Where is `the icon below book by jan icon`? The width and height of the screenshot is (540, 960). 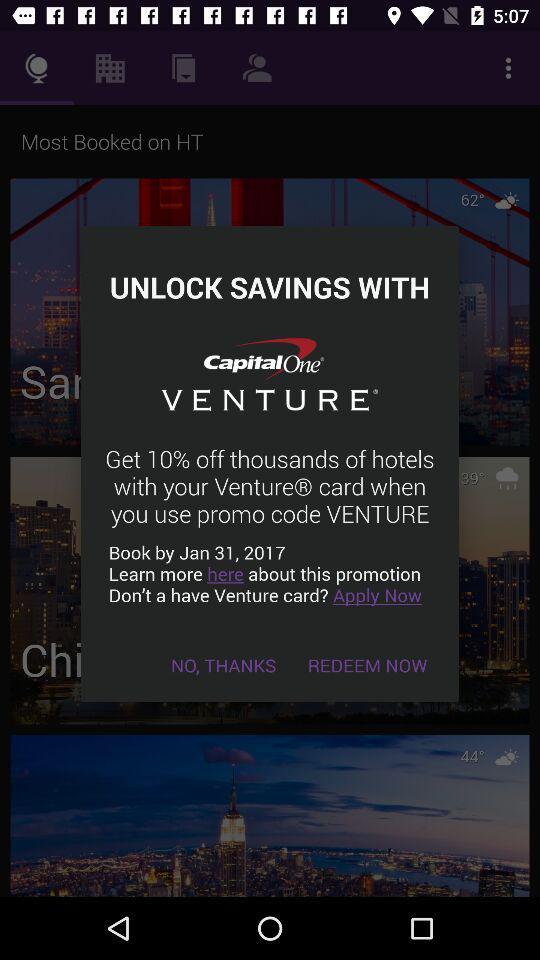 the icon below book by jan icon is located at coordinates (366, 665).